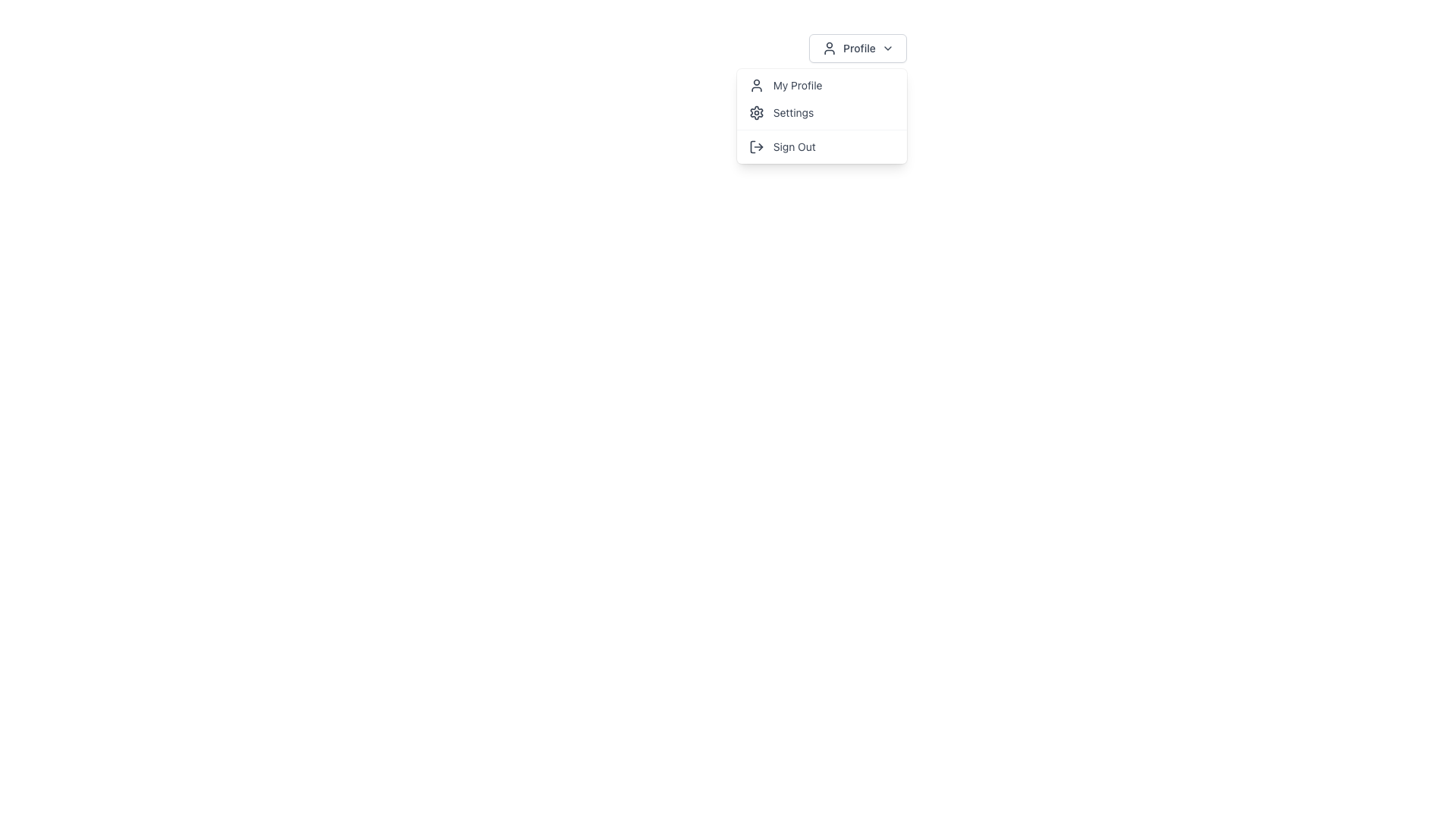 The image size is (1456, 819). Describe the element at coordinates (821, 146) in the screenshot. I see `the 'Sign Out' menu item, which is the third item in the dropdown menu` at that location.